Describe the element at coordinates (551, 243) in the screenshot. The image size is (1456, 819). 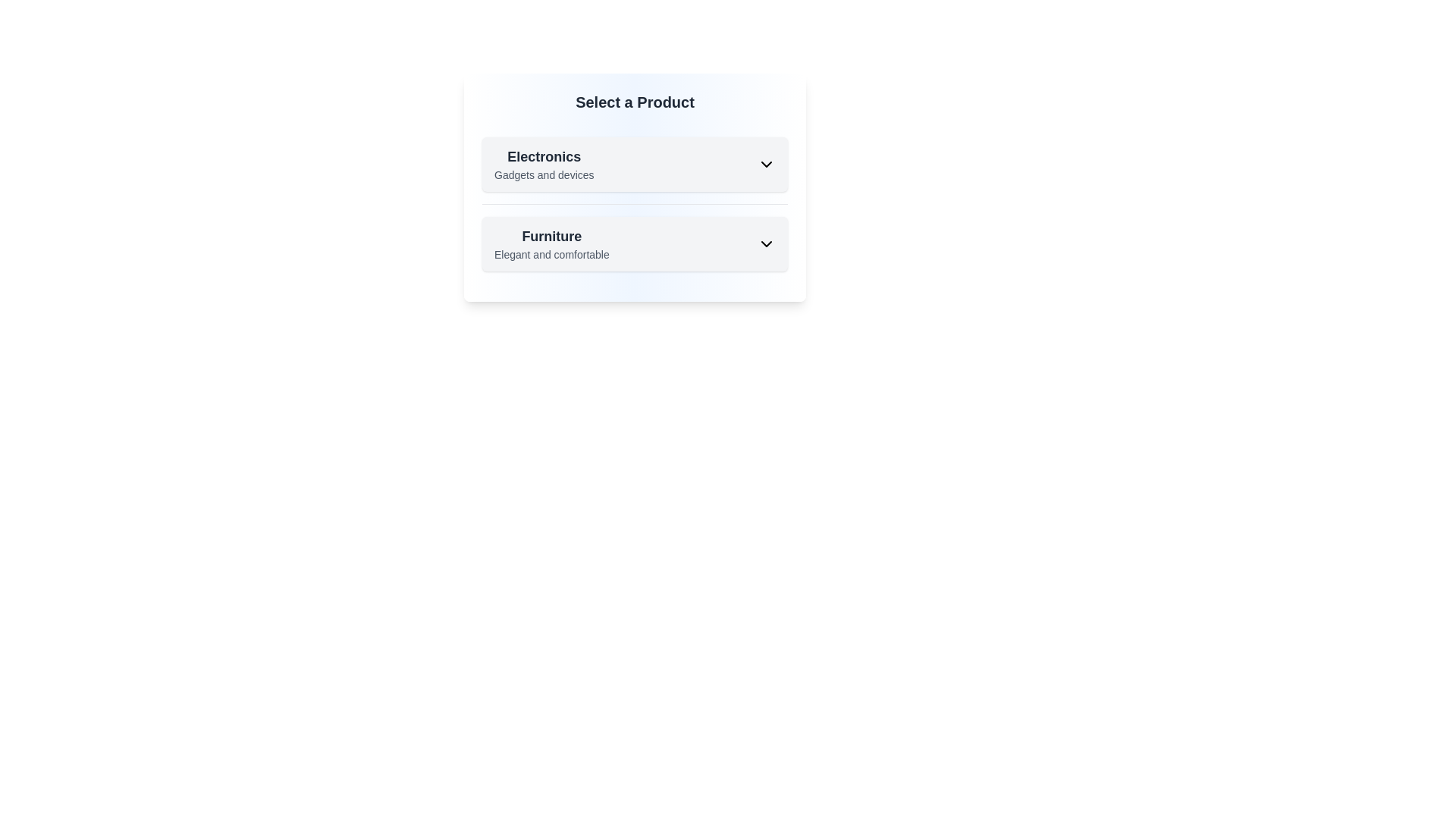
I see `the 'Furniture' list item with the description 'Elegant and comfortable' located in the second card of a vertical list, below the 'Electronics' card` at that location.